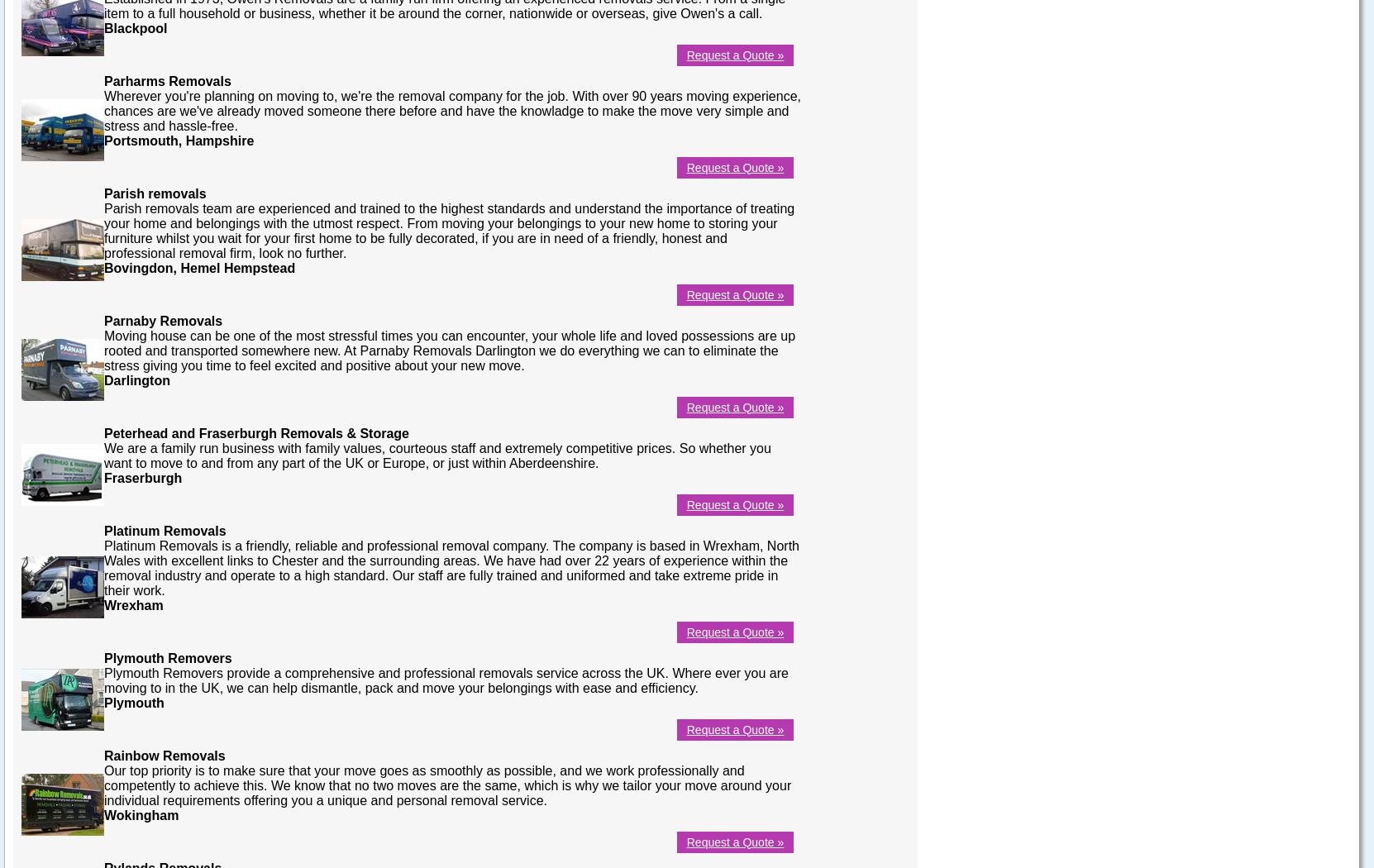 The height and width of the screenshot is (868, 1374). What do you see at coordinates (164, 529) in the screenshot?
I see `'Platinum Removals'` at bounding box center [164, 529].